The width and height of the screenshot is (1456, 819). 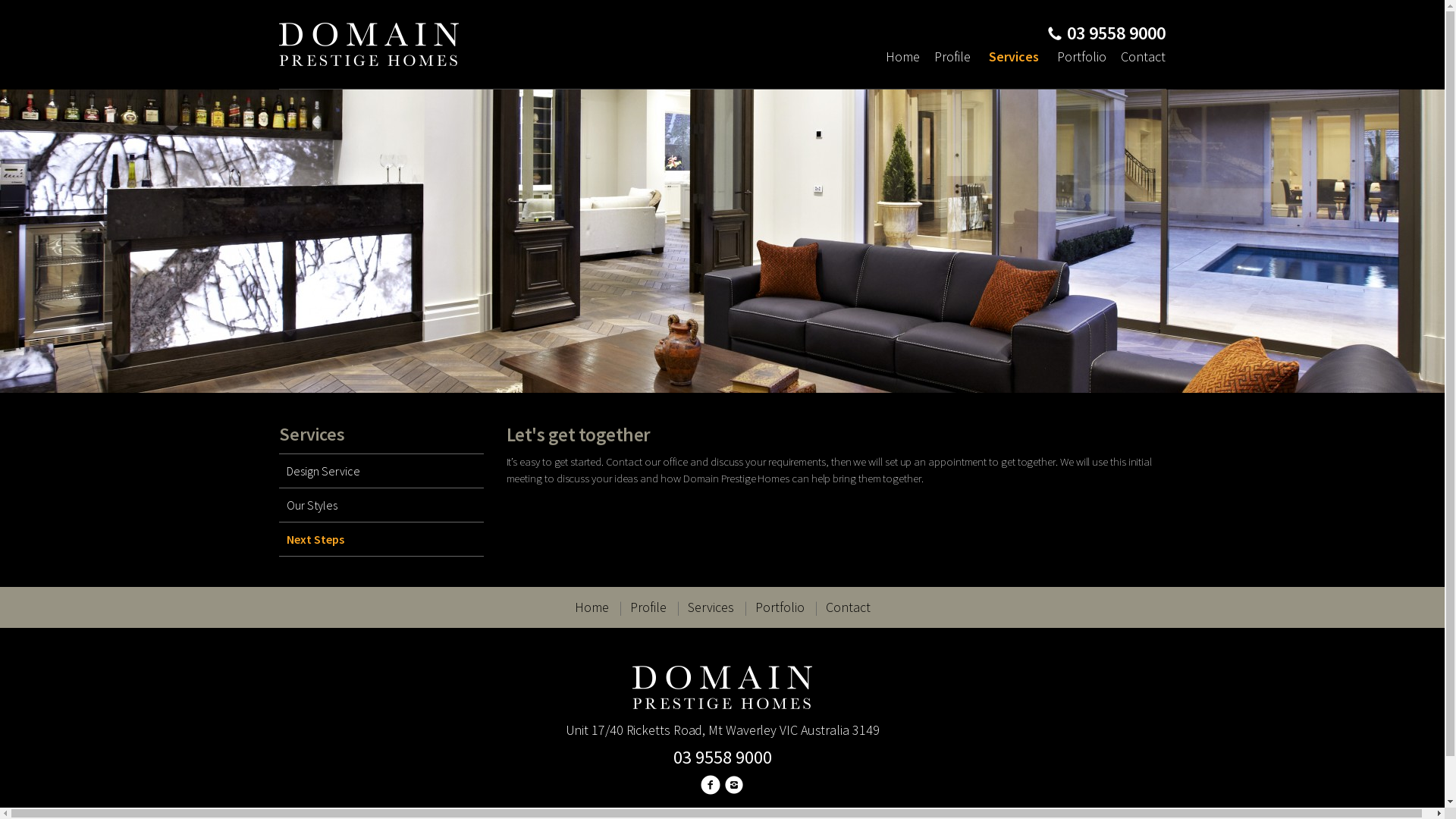 I want to click on 'Profile', so click(x=648, y=607).